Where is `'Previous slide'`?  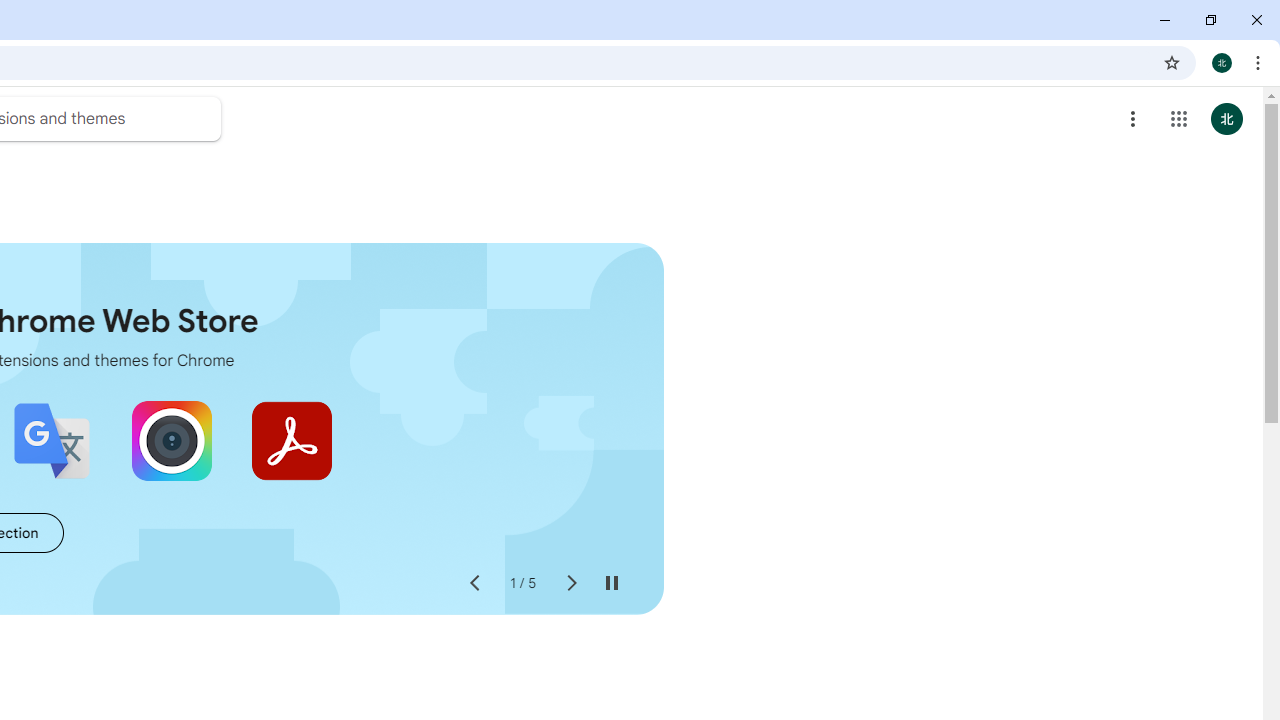
'Previous slide' is located at coordinates (473, 583).